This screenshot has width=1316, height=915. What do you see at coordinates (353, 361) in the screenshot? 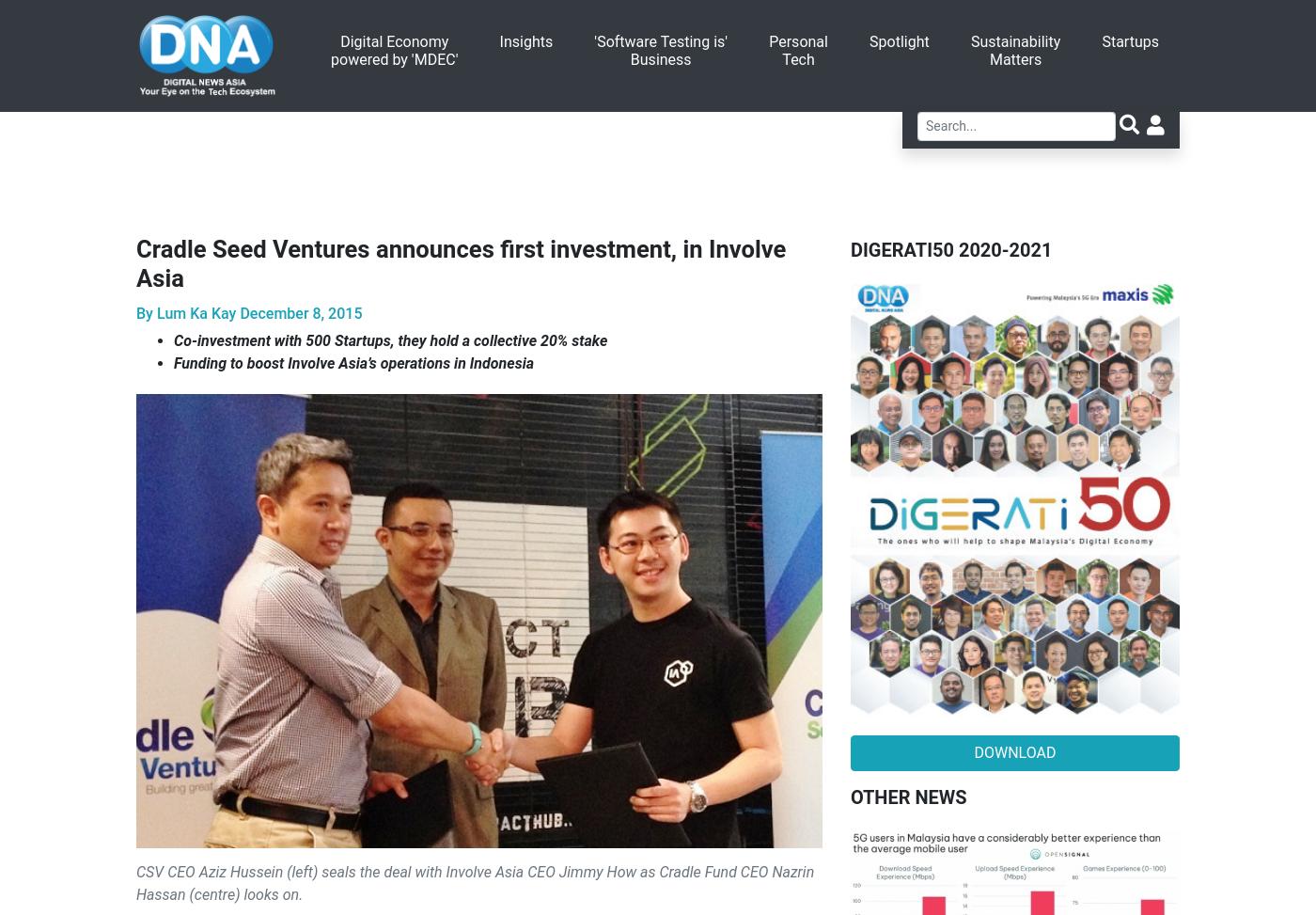
I see `'Funding to boost Involve Asia’s operations in Indonesia'` at bounding box center [353, 361].